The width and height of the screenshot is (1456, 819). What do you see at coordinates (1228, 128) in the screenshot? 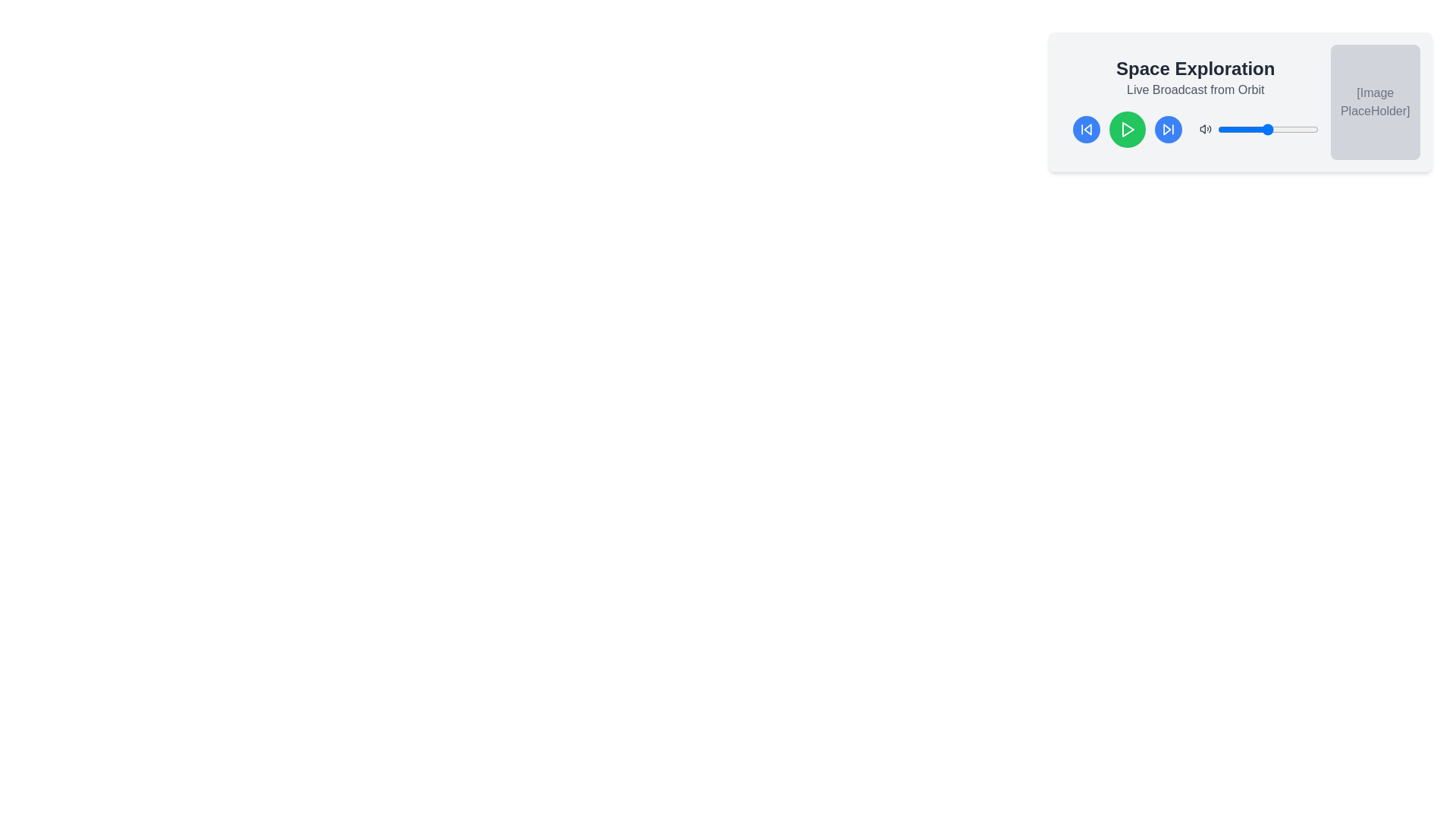
I see `slider value` at bounding box center [1228, 128].